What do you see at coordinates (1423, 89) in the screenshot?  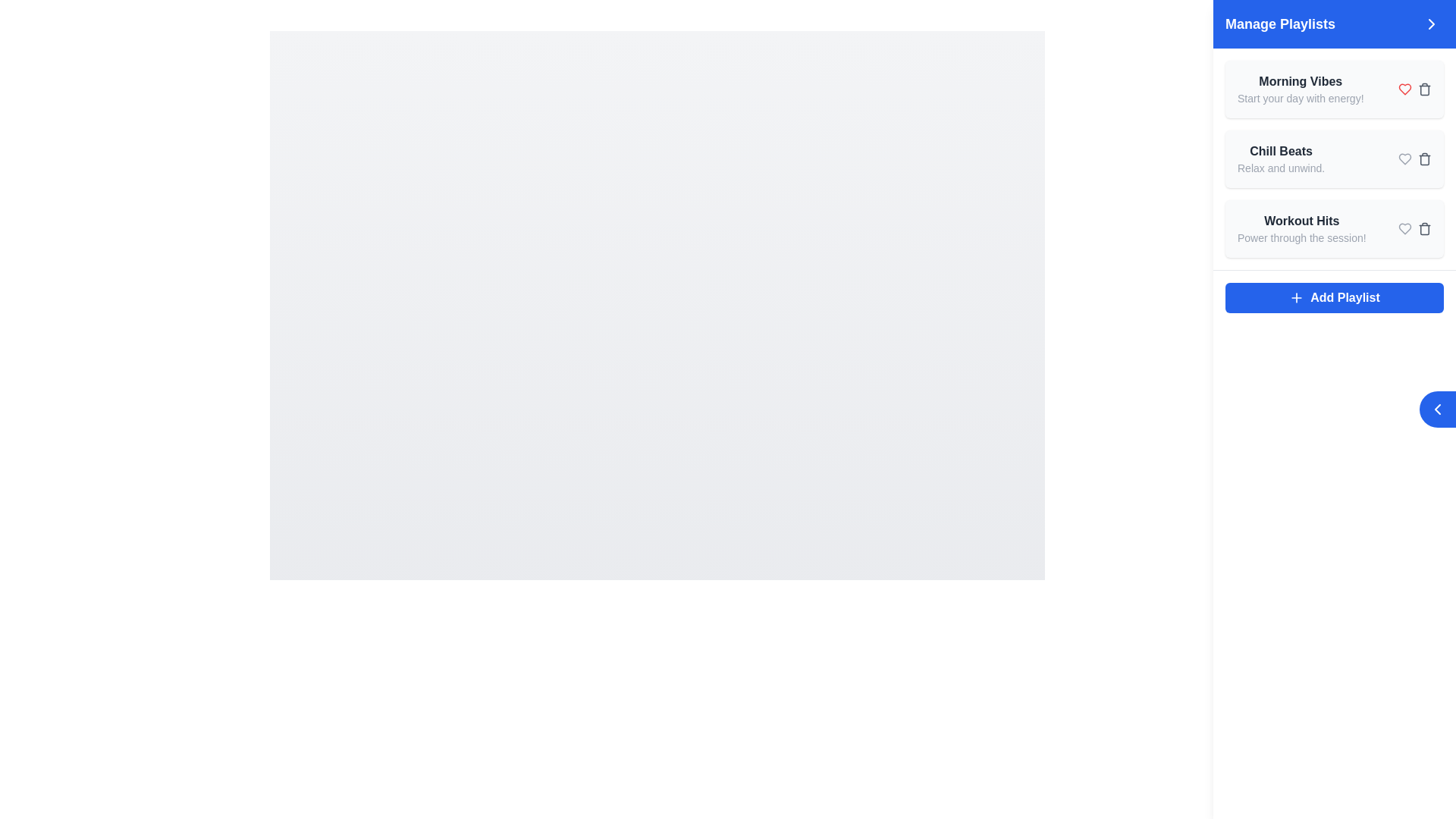 I see `the delete button with a trash can icon located on the right side of the 'Morning Vibes' playlist row` at bounding box center [1423, 89].